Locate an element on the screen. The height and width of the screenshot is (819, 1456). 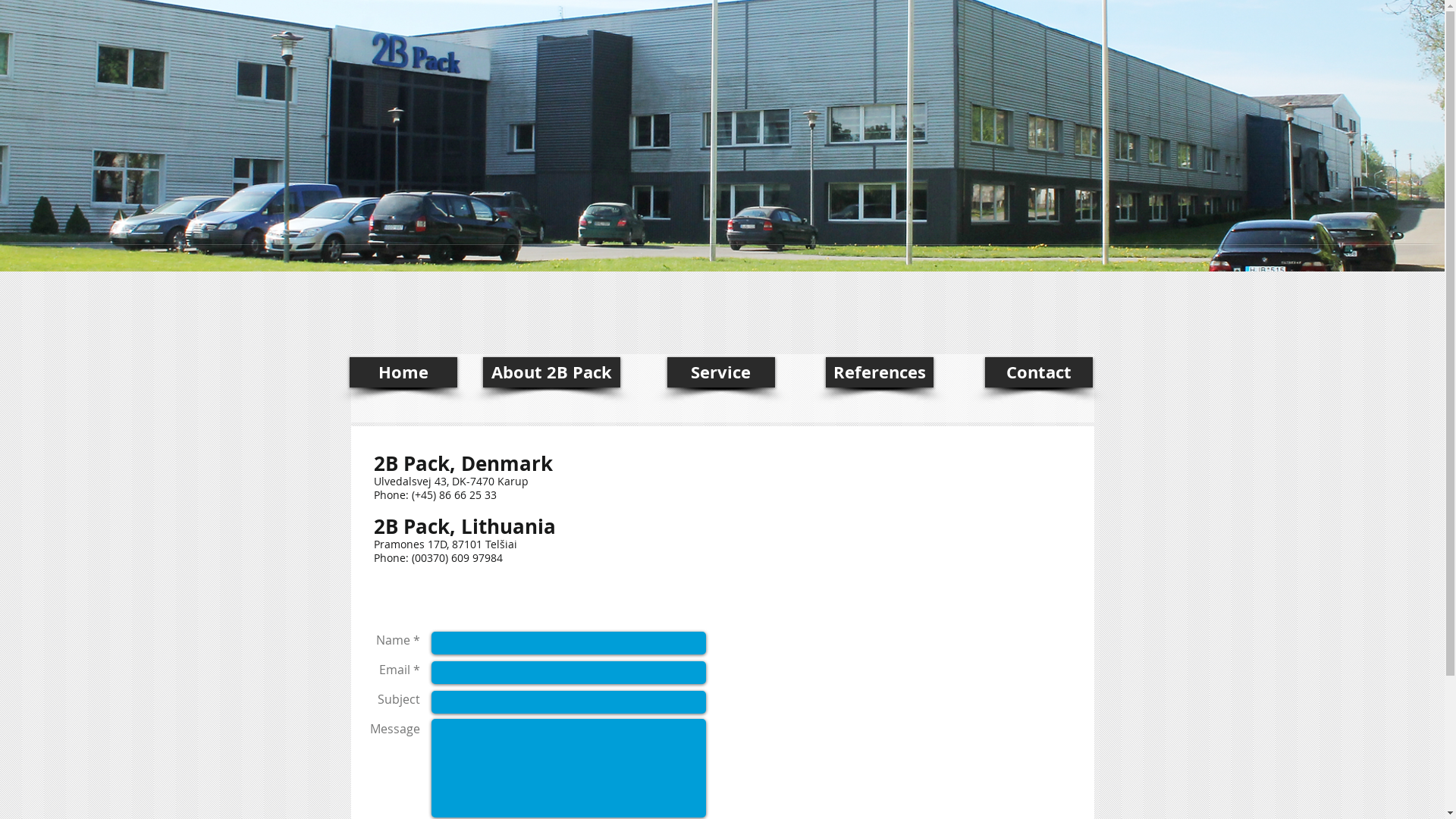
'Service' is located at coordinates (720, 372).